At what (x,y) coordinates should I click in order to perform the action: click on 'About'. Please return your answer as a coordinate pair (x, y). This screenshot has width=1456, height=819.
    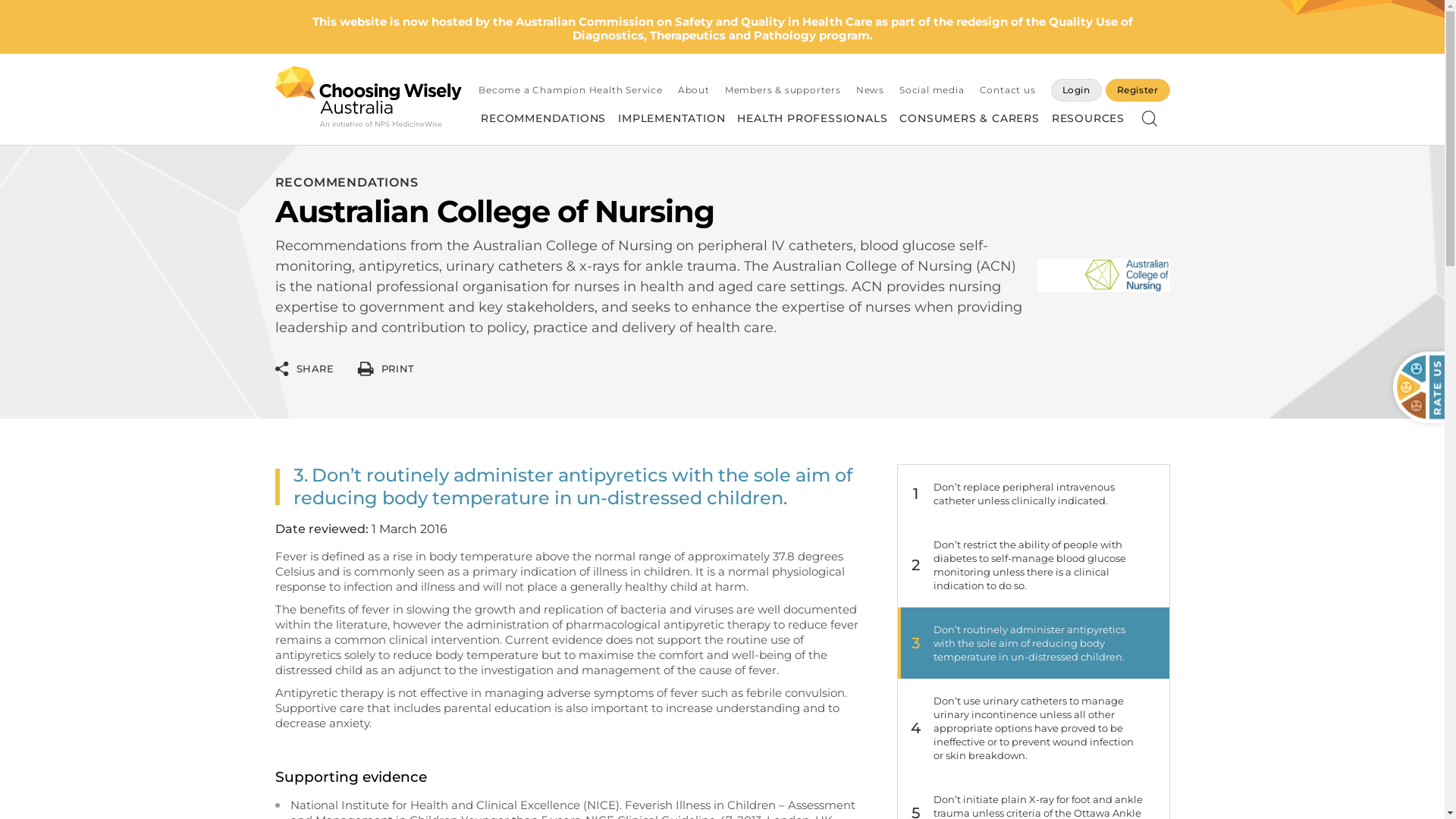
    Looking at the image, I should click on (693, 89).